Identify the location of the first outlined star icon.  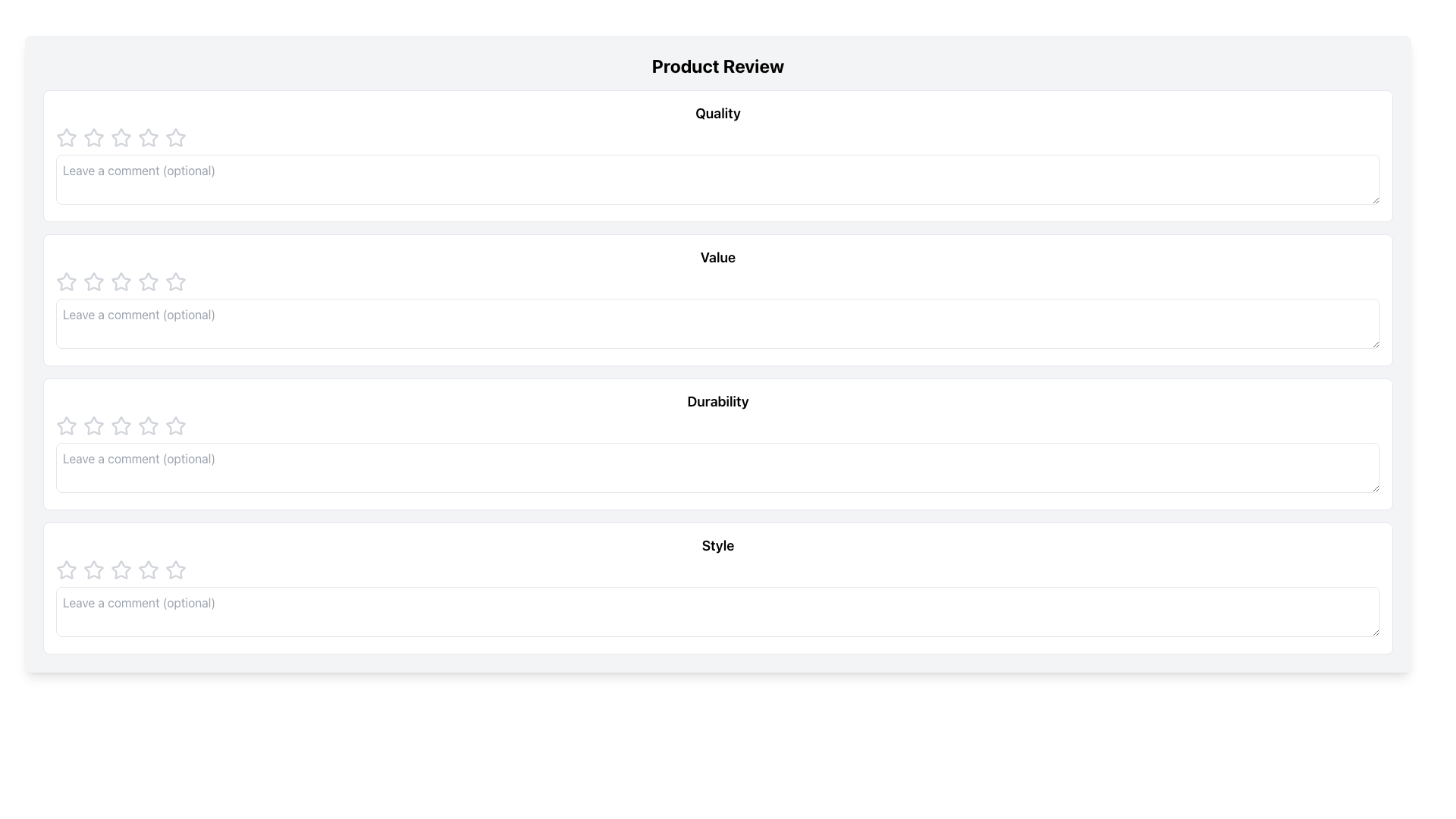
(120, 425).